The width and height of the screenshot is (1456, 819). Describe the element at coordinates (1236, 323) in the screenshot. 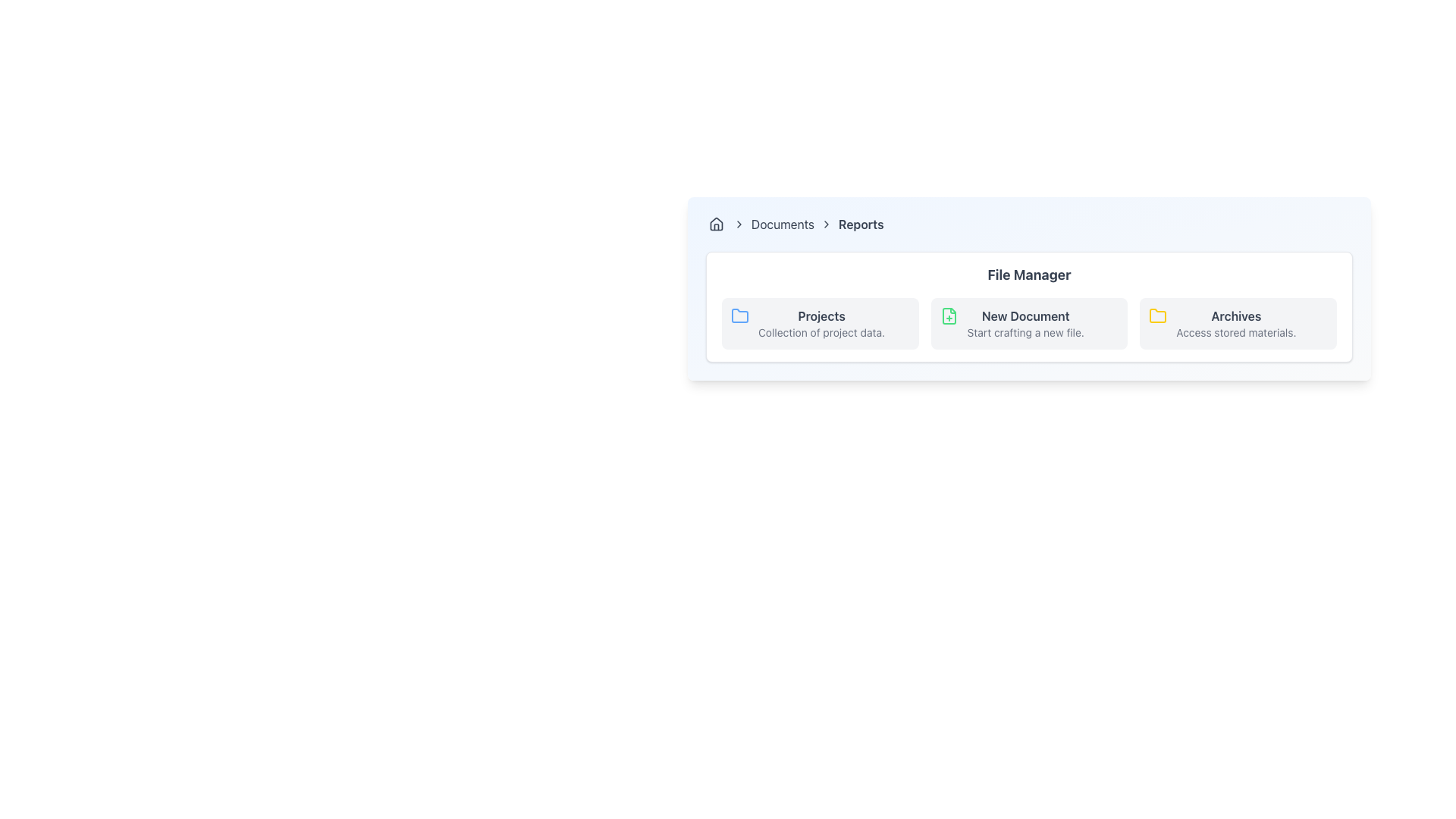

I see `the 'Archives' text label with icon in the 'File Manager' section` at that location.